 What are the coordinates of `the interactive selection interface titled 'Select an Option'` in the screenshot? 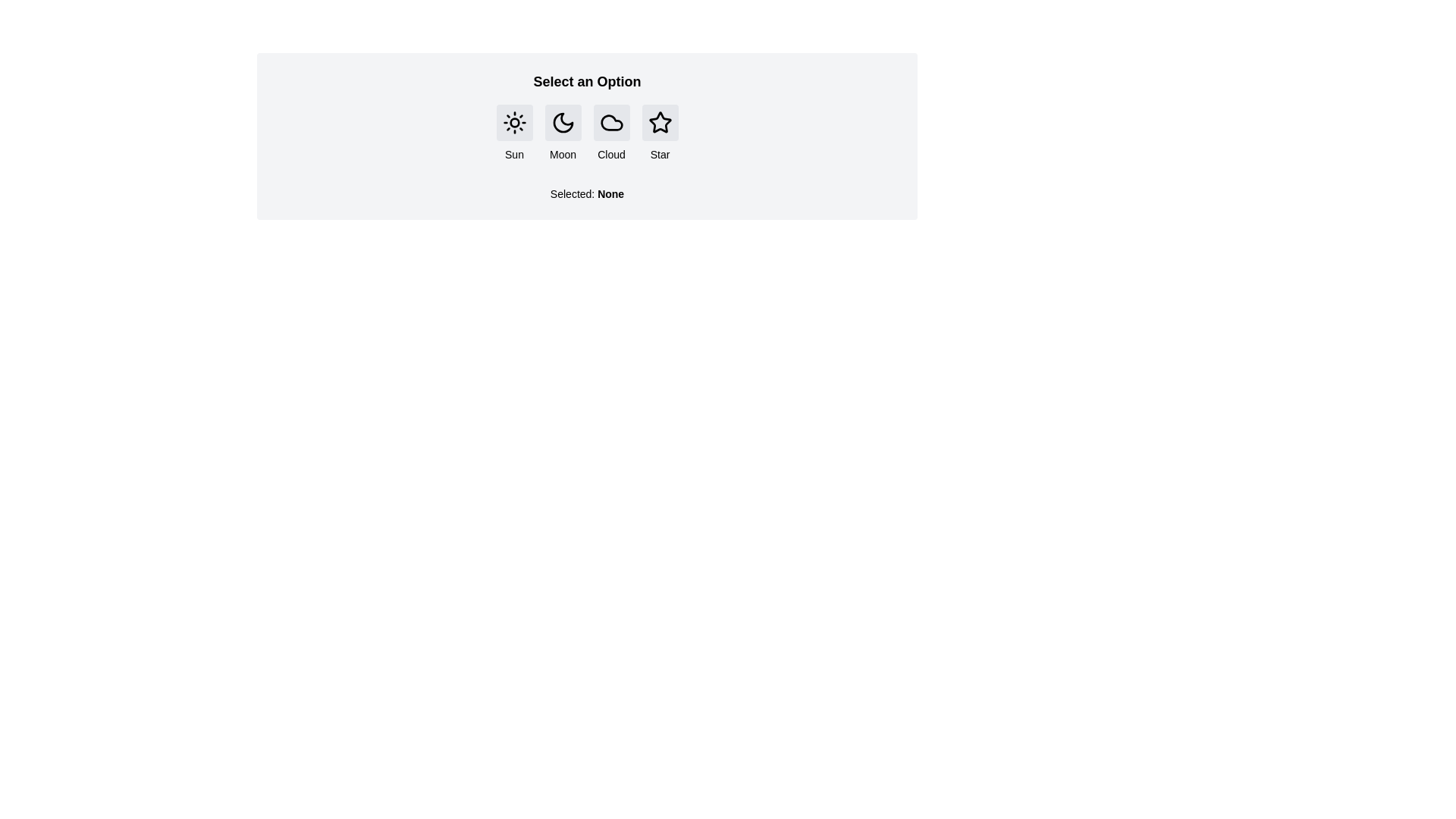 It's located at (586, 136).